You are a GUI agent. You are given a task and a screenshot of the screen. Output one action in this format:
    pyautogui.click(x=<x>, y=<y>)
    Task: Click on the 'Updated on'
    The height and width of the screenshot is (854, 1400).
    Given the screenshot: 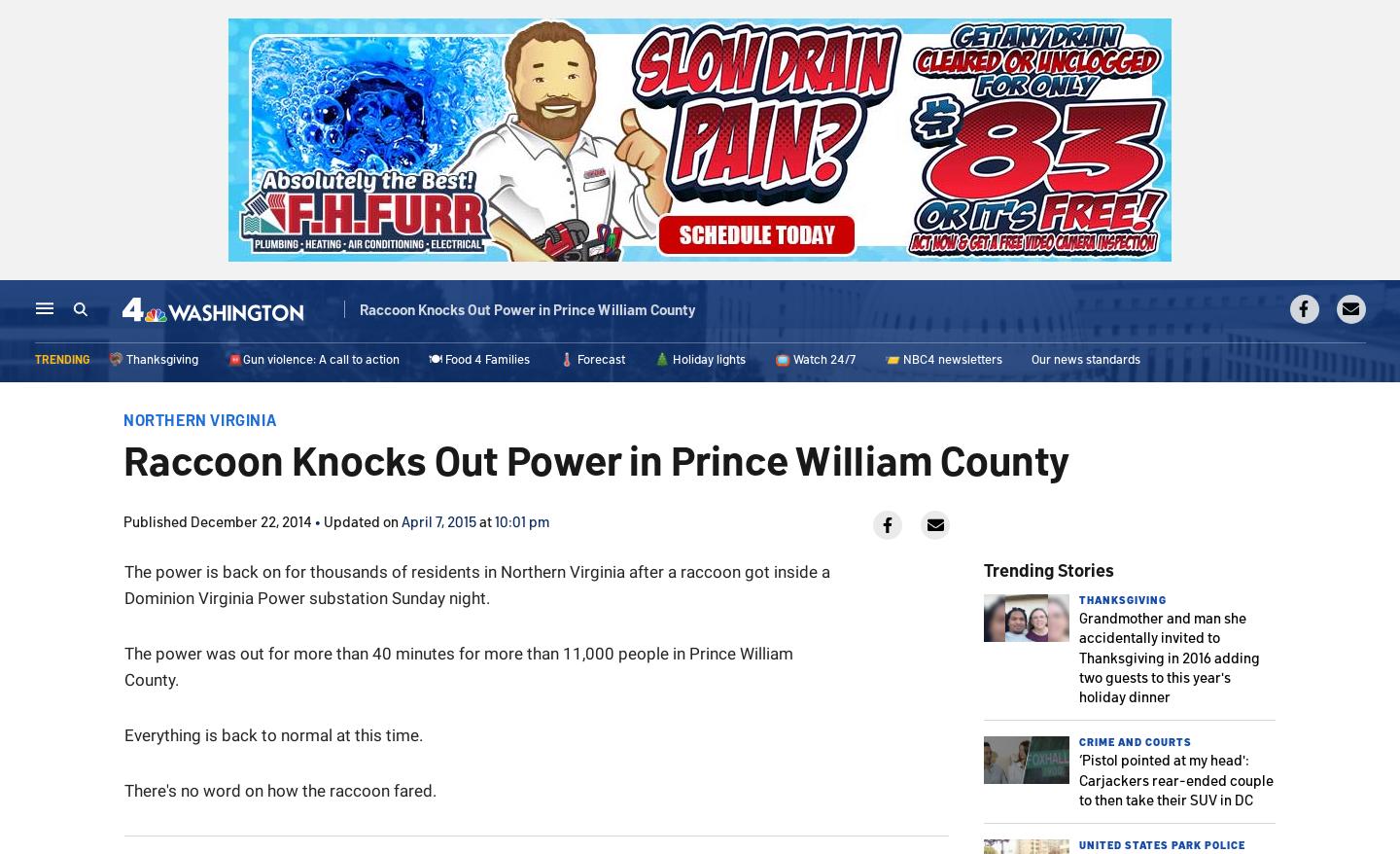 What is the action you would take?
    pyautogui.click(x=361, y=519)
    